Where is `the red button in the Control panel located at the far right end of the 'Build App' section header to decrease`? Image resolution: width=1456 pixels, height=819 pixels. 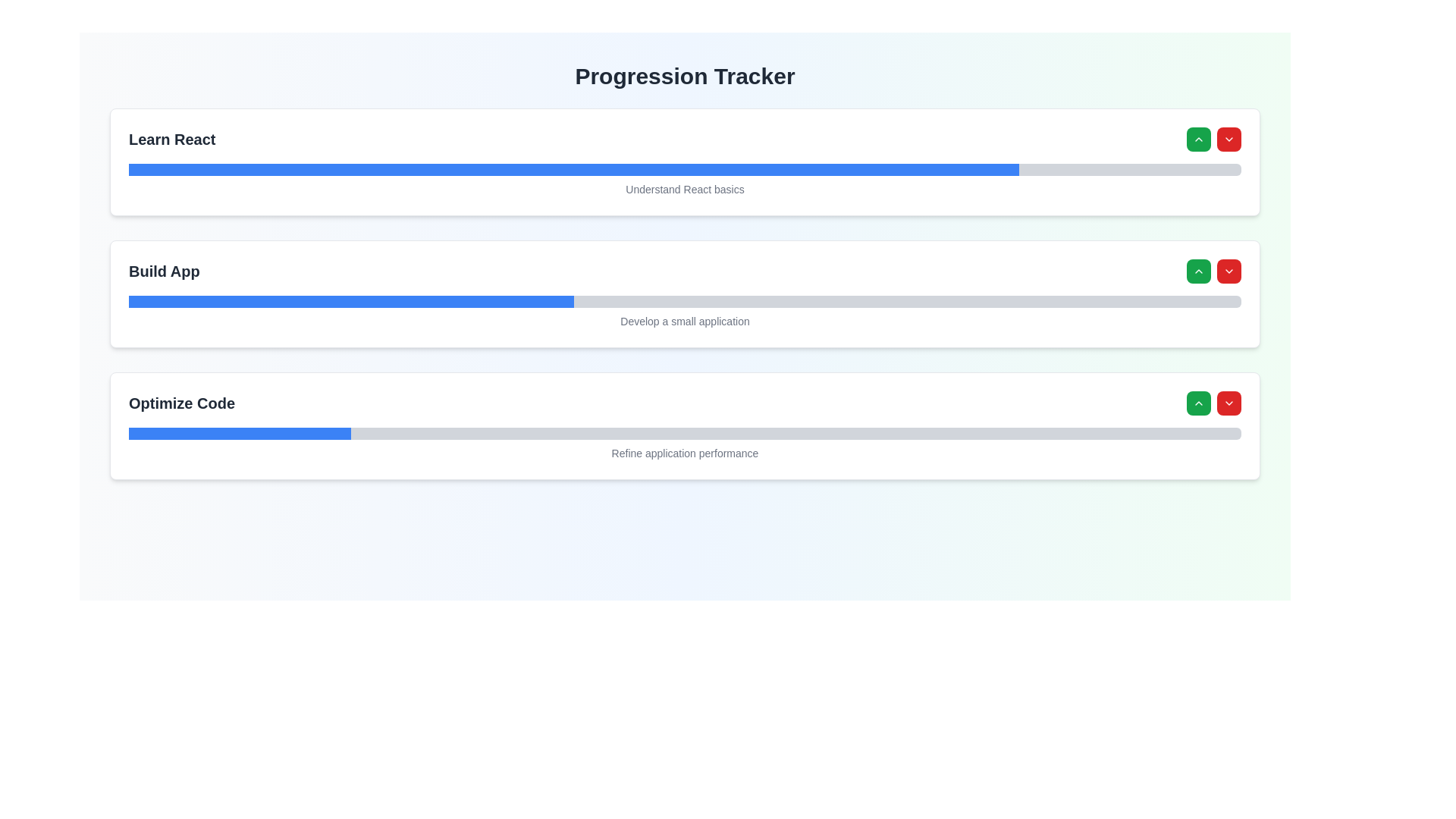
the red button in the Control panel located at the far right end of the 'Build App' section header to decrease is located at coordinates (1214, 271).